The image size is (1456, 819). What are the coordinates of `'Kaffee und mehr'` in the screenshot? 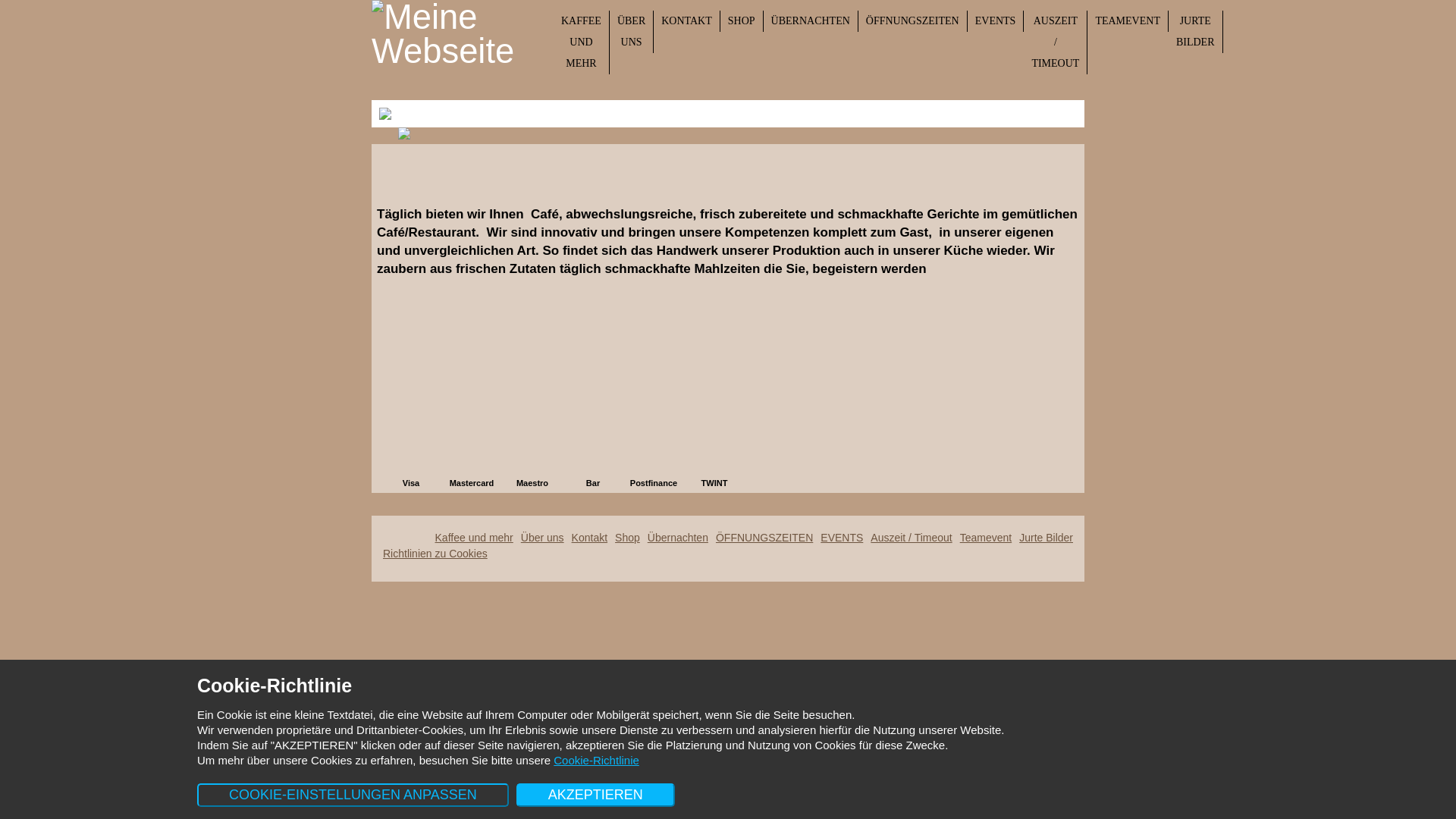 It's located at (435, 537).